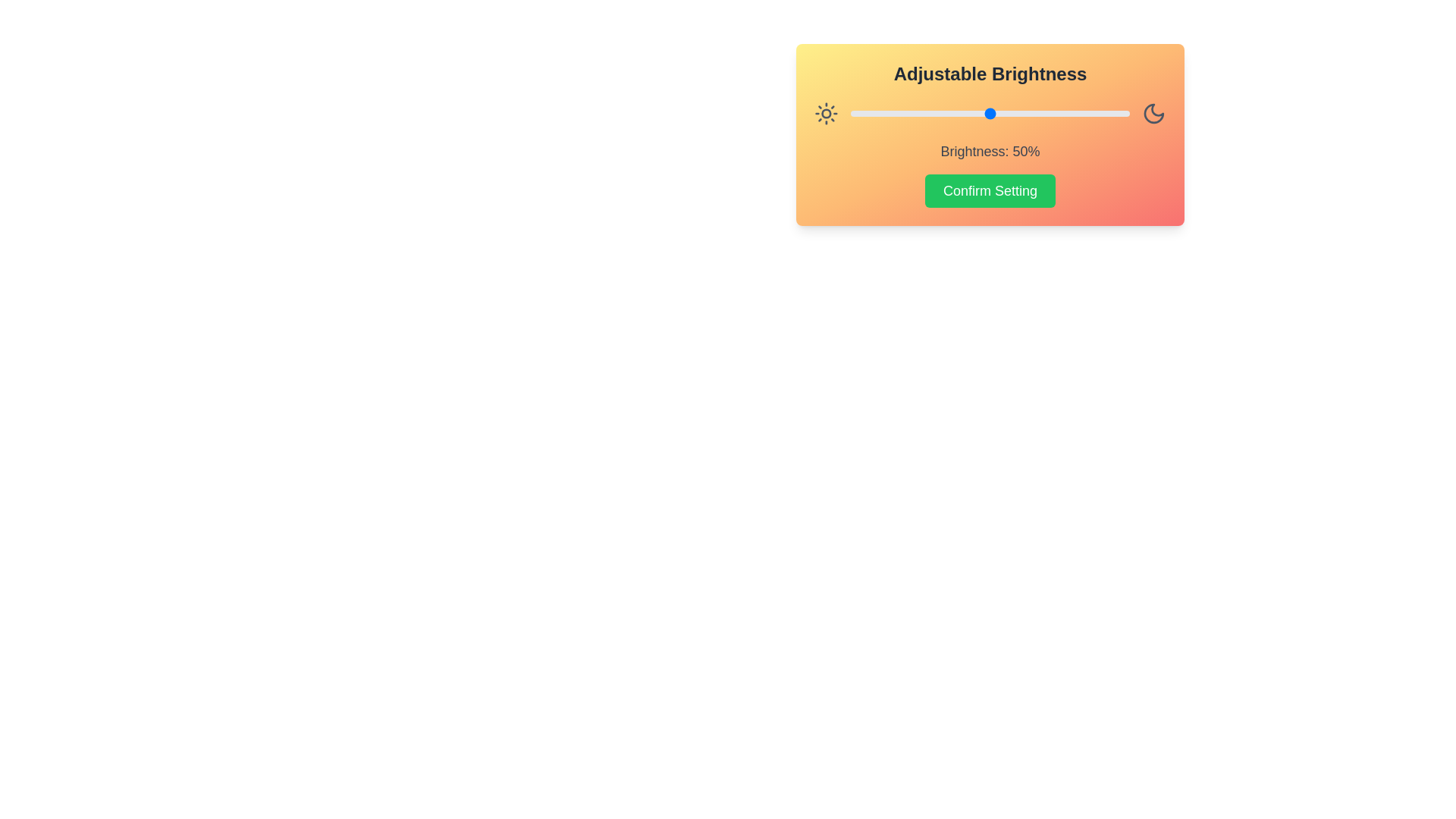  I want to click on the brightness slider to set the brightness to 96%, so click(1119, 113).